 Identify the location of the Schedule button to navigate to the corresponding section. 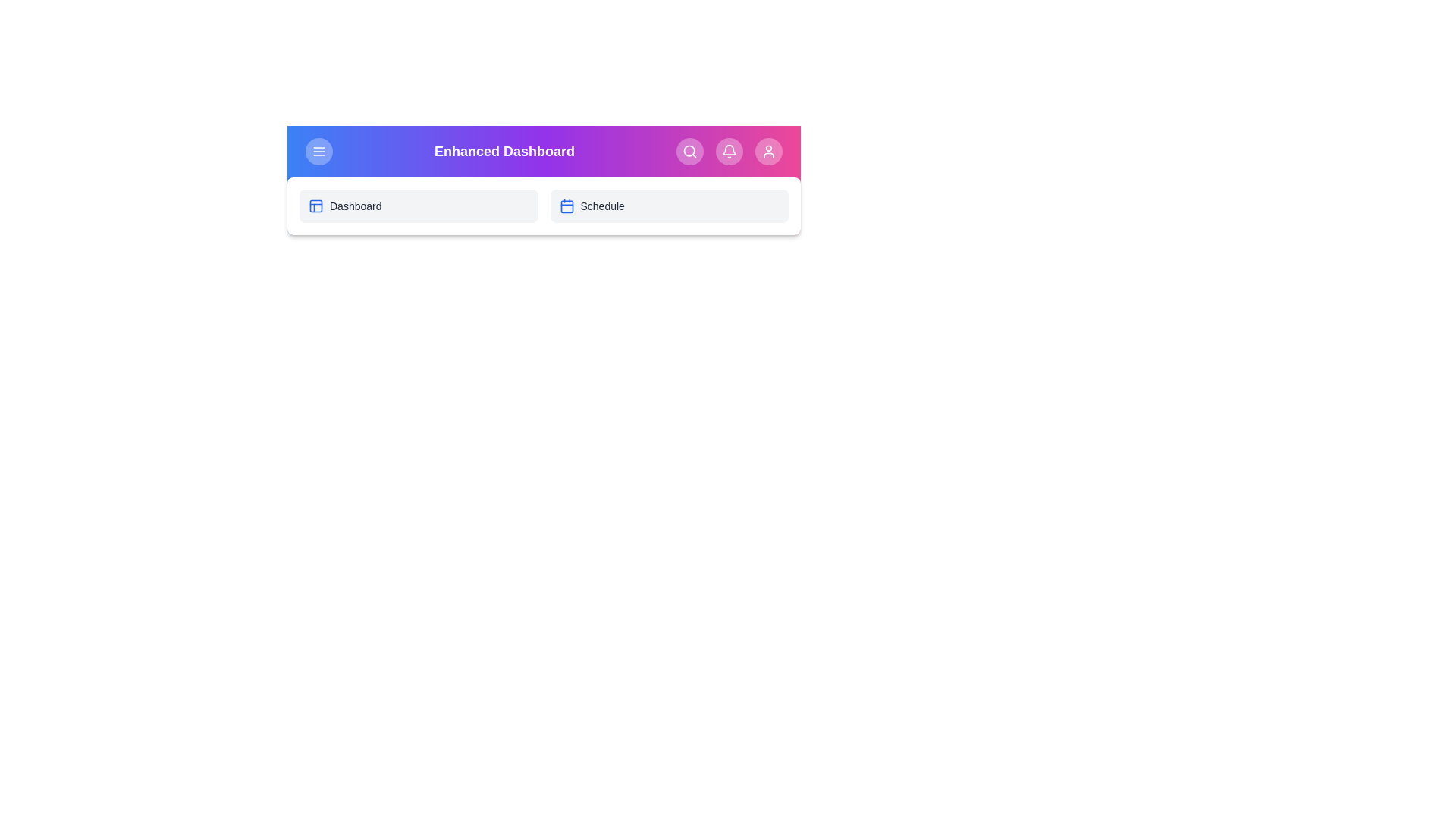
(668, 206).